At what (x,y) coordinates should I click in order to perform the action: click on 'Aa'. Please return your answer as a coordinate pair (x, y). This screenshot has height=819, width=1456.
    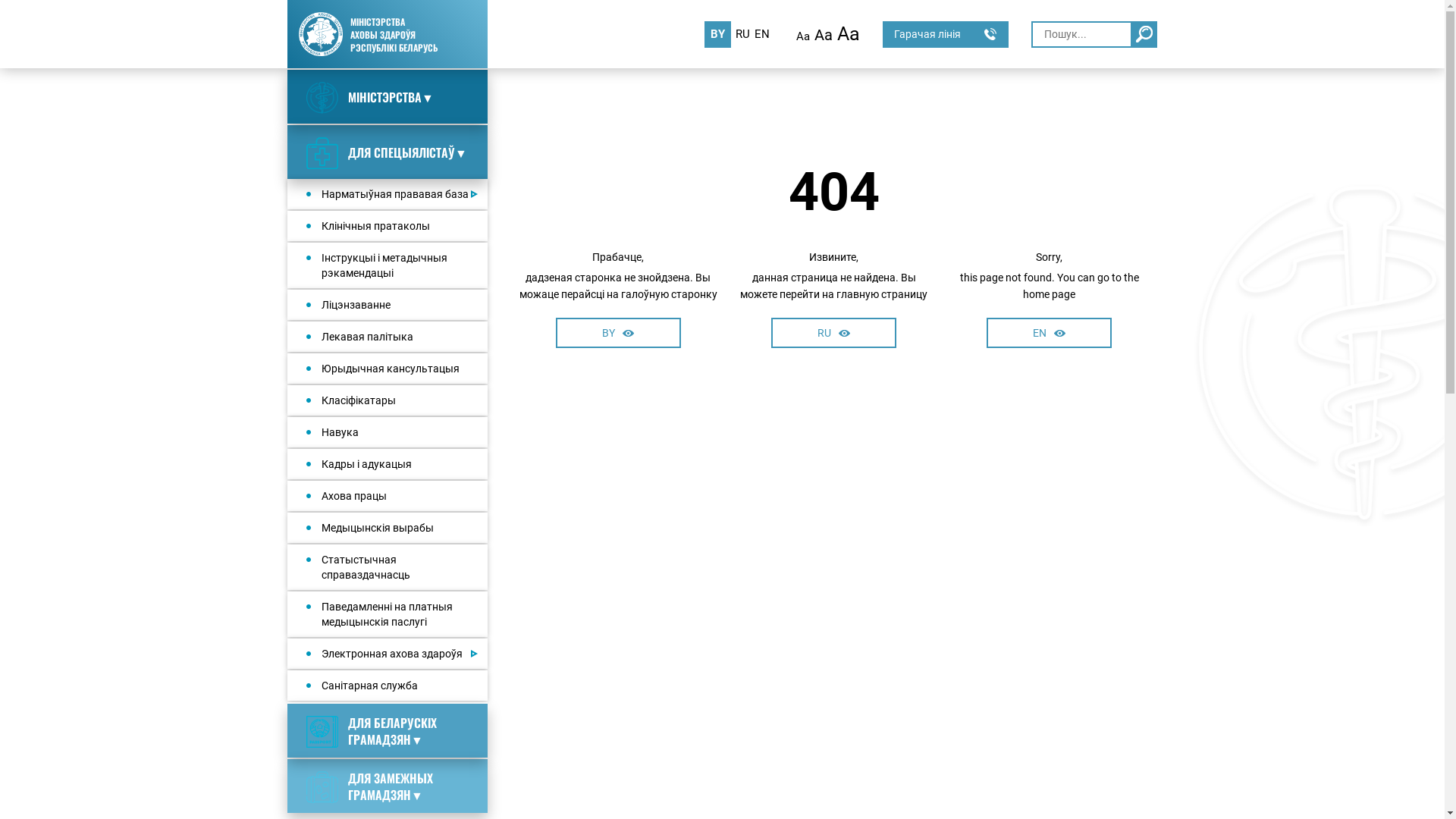
    Looking at the image, I should click on (822, 34).